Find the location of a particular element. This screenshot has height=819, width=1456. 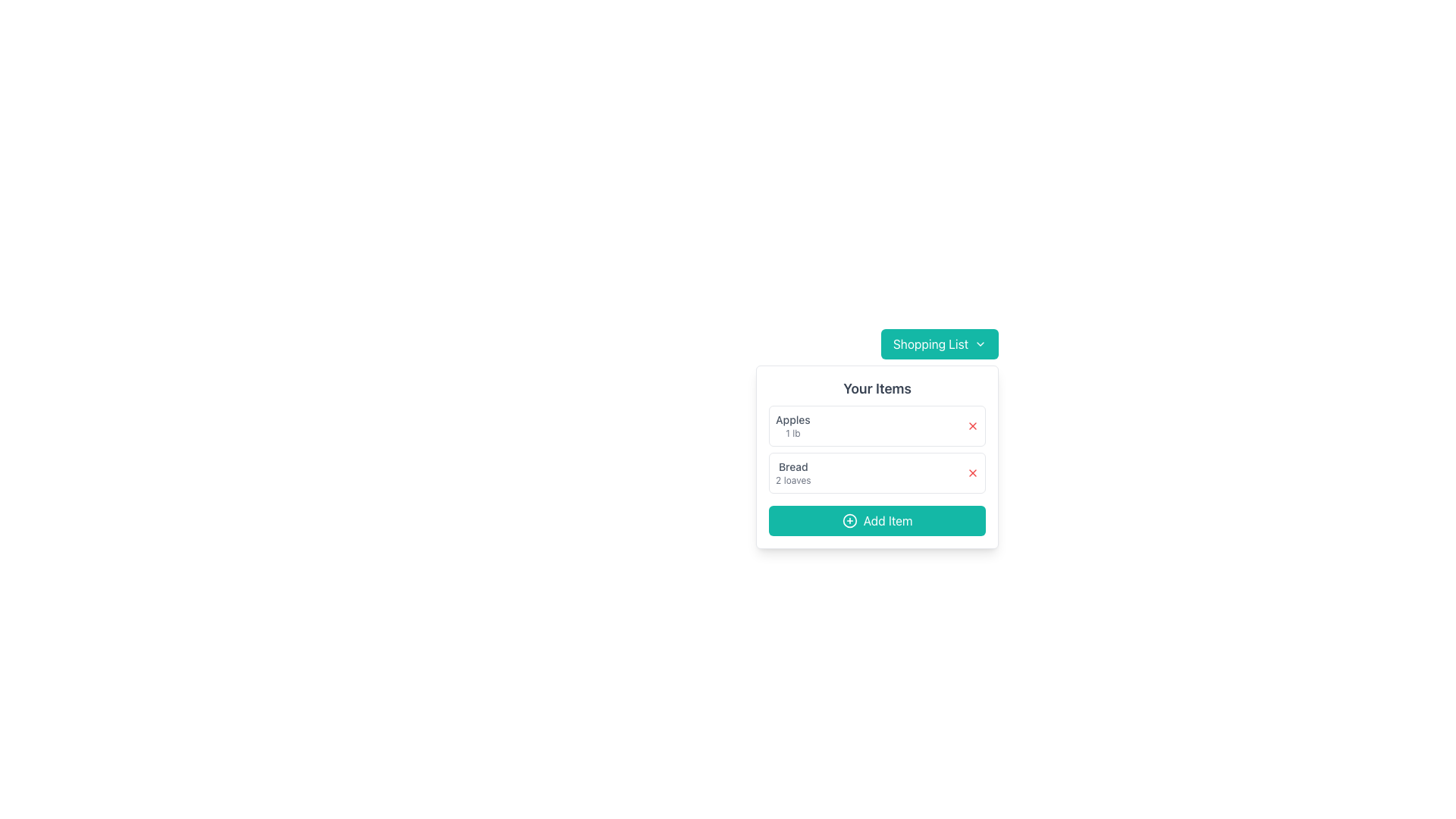

the delete button icon located in the upper-right corner of the 'Apples' item to potentially display a tooltip is located at coordinates (973, 426).